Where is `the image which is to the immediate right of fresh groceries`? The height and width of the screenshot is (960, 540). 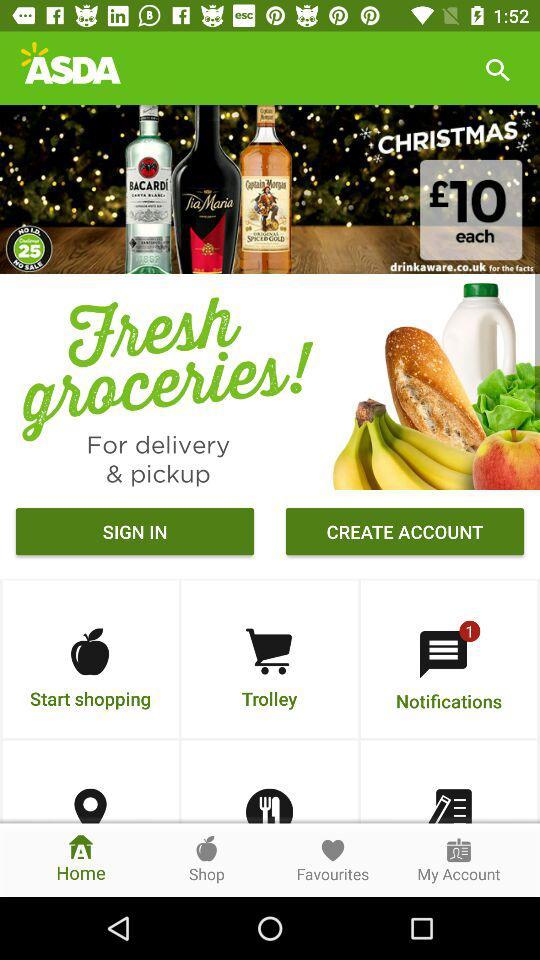
the image which is to the immediate right of fresh groceries is located at coordinates (431, 380).